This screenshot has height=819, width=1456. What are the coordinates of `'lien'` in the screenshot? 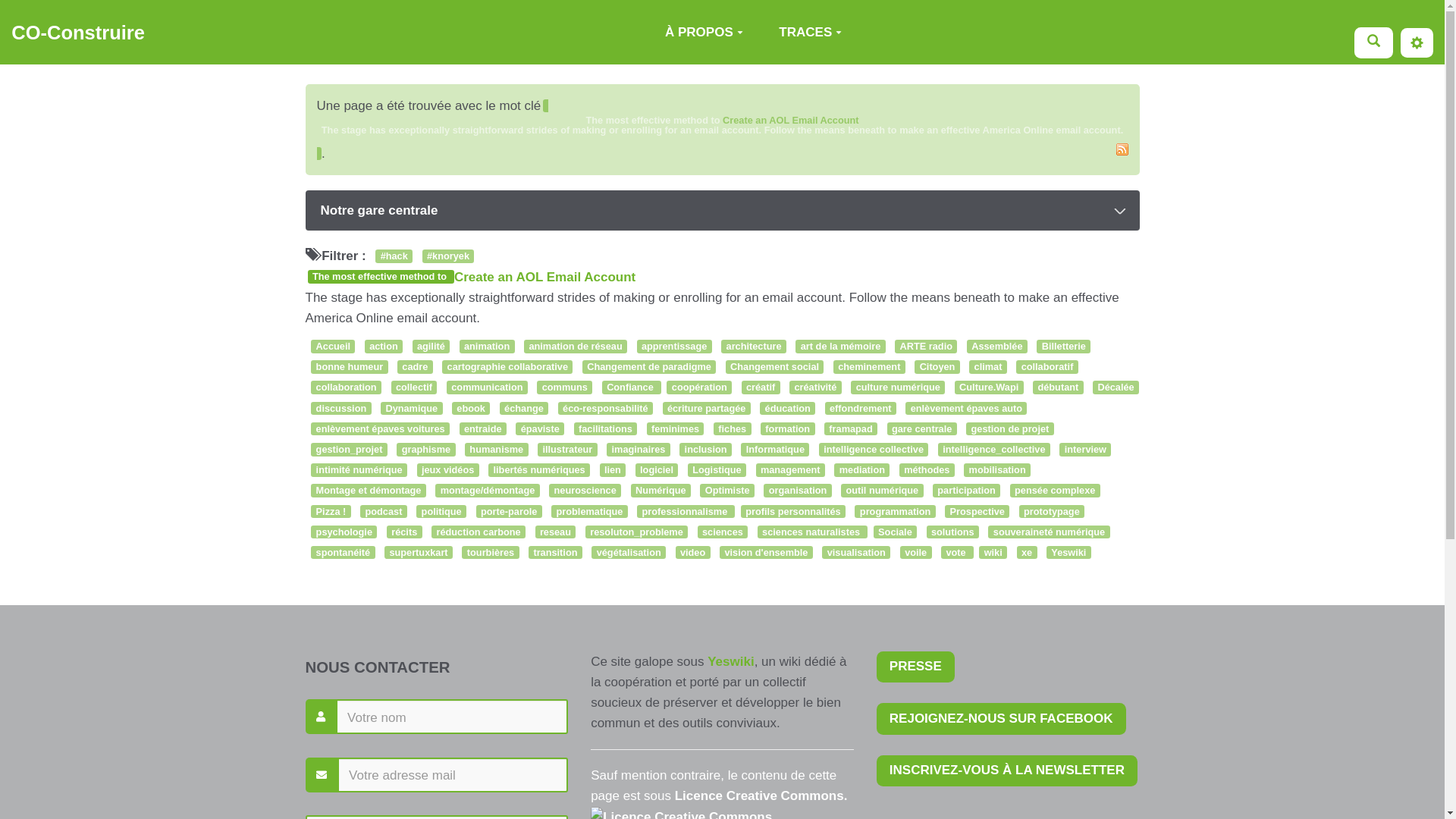 It's located at (599, 469).